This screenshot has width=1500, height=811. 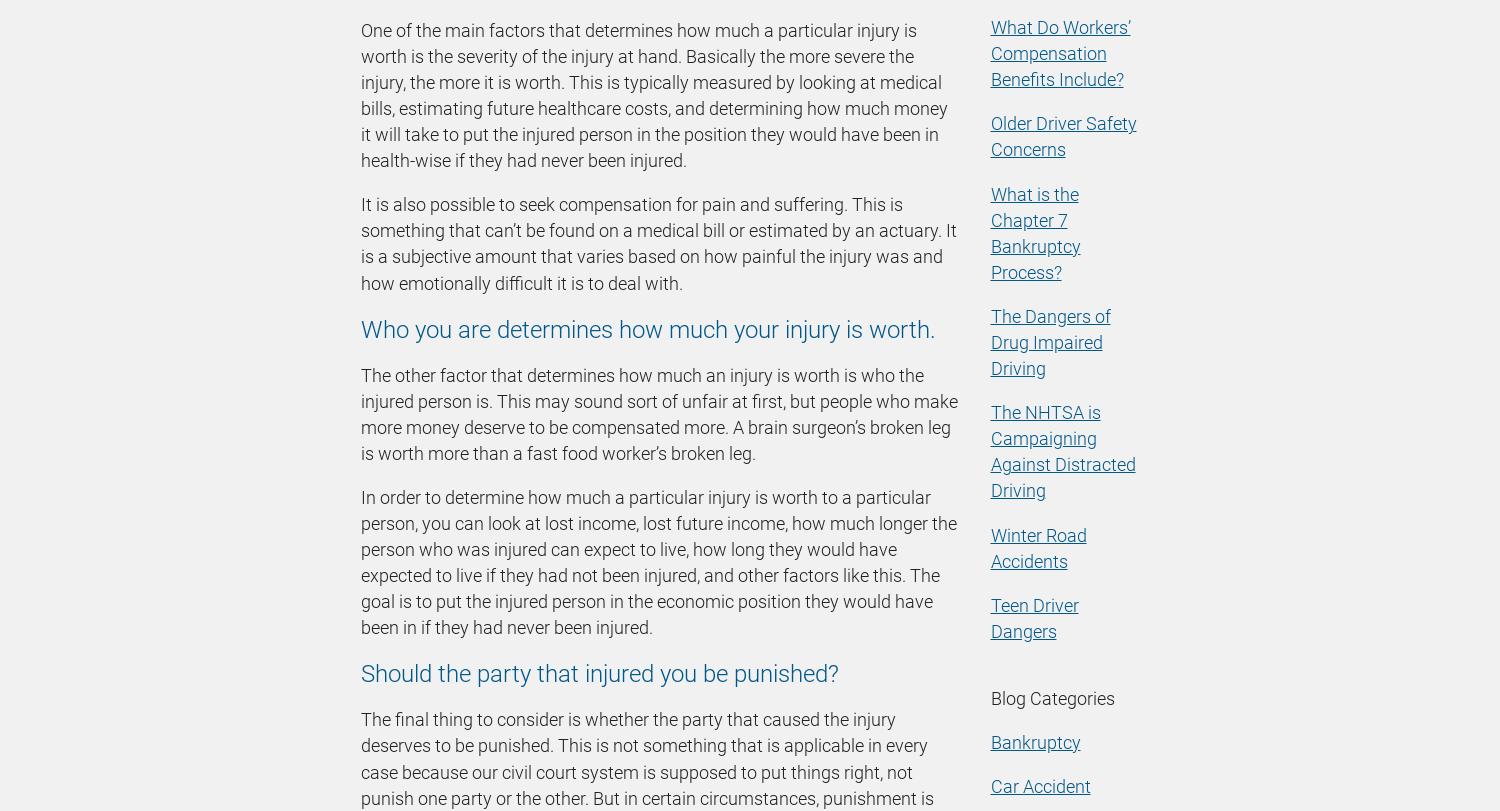 What do you see at coordinates (989, 696) in the screenshot?
I see `'Blog Categories'` at bounding box center [989, 696].